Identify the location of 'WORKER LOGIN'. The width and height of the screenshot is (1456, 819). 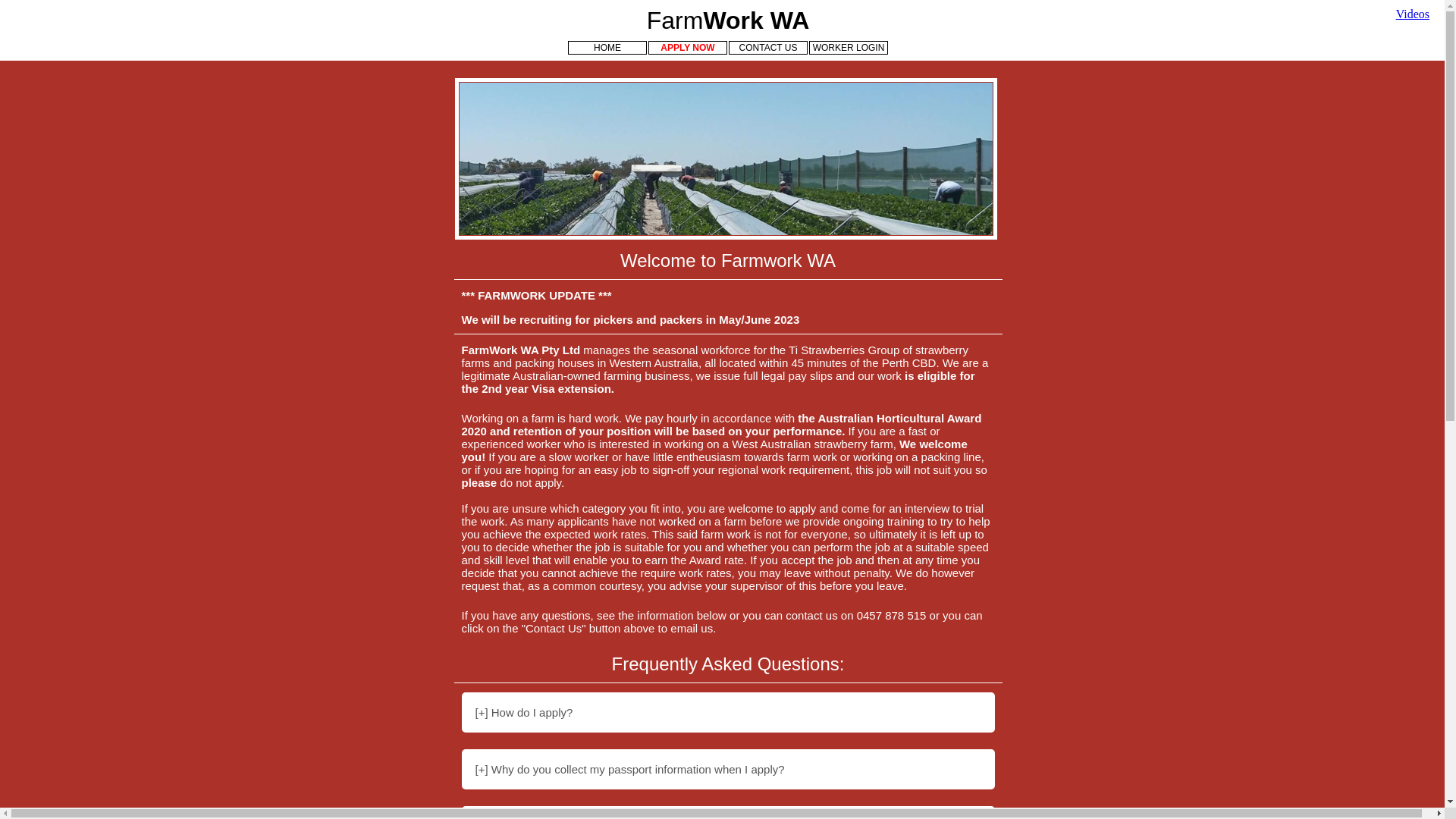
(847, 46).